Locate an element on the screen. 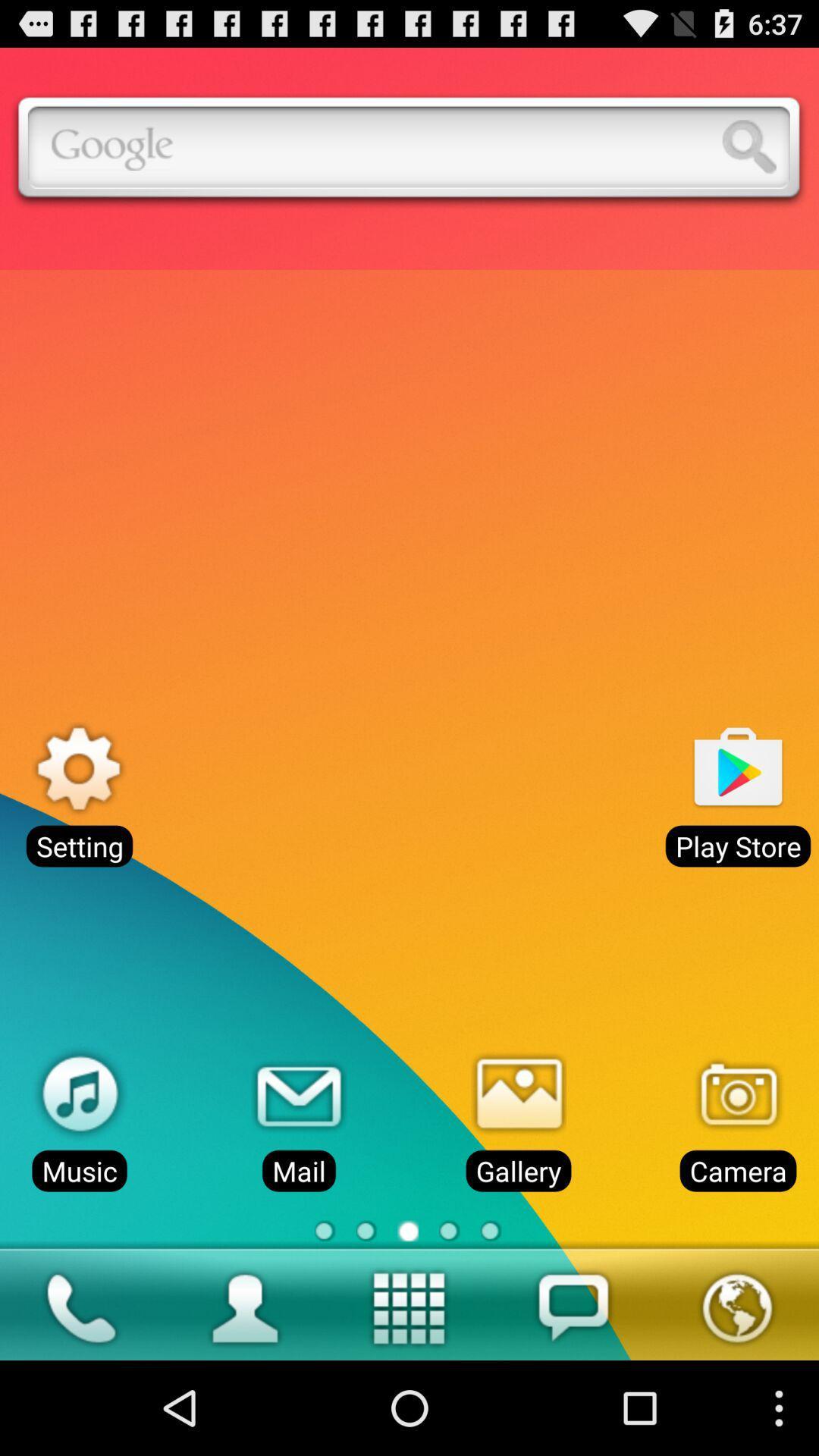 This screenshot has height=1456, width=819. the avatar icon is located at coordinates (245, 1398).